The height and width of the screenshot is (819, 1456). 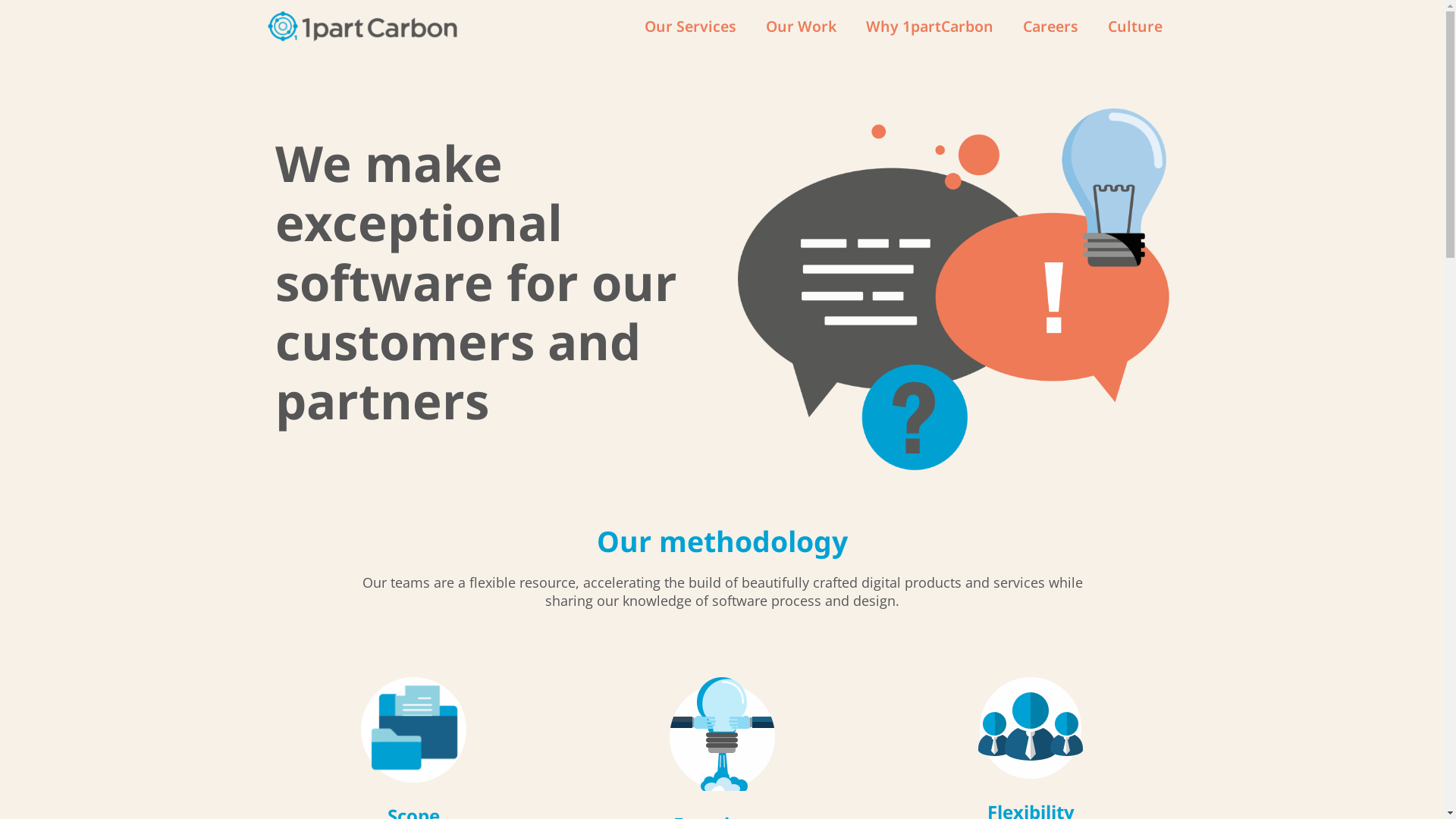 I want to click on 'Culture', so click(x=1135, y=26).